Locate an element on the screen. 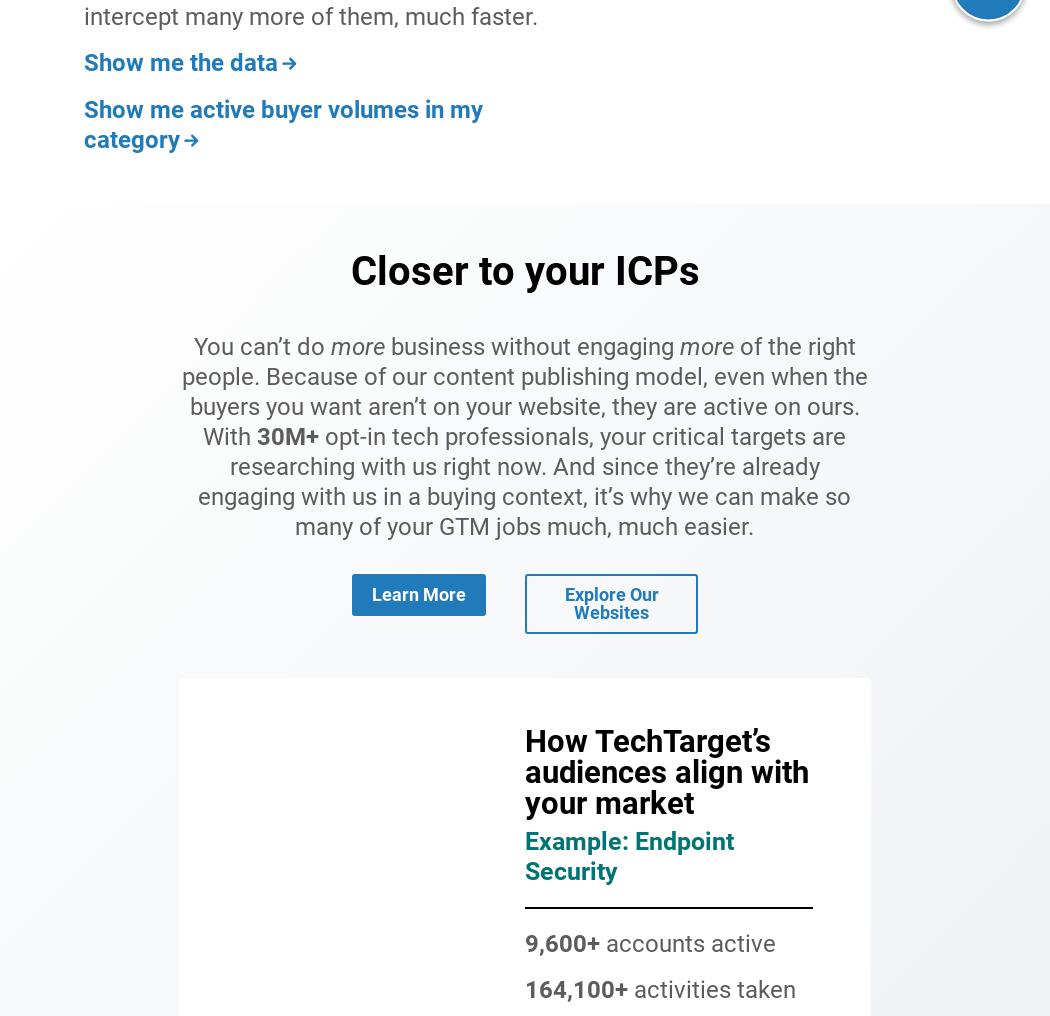 The image size is (1050, 1016). 'Closer to your ICPs' is located at coordinates (523, 269).